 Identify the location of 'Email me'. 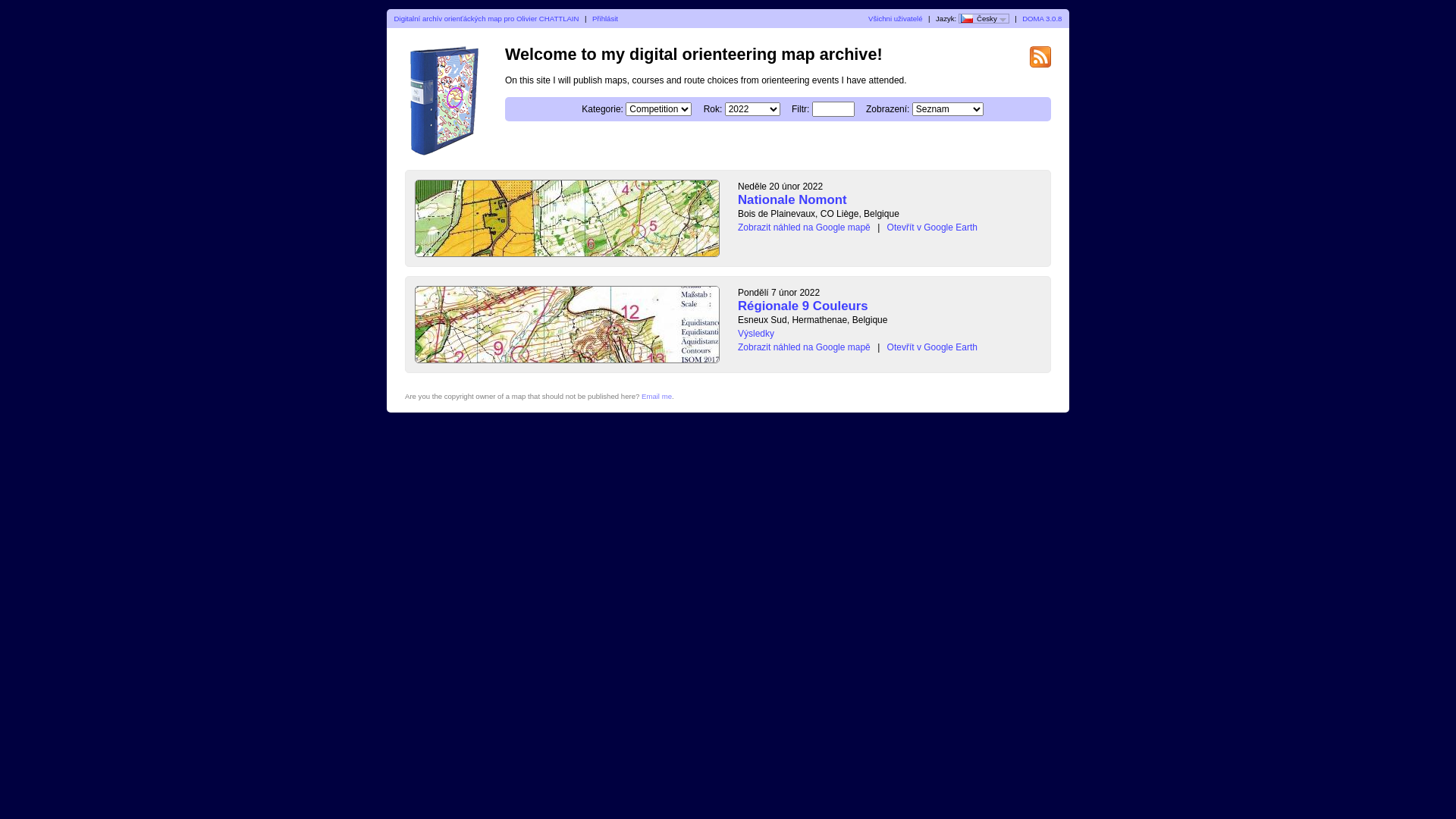
(656, 395).